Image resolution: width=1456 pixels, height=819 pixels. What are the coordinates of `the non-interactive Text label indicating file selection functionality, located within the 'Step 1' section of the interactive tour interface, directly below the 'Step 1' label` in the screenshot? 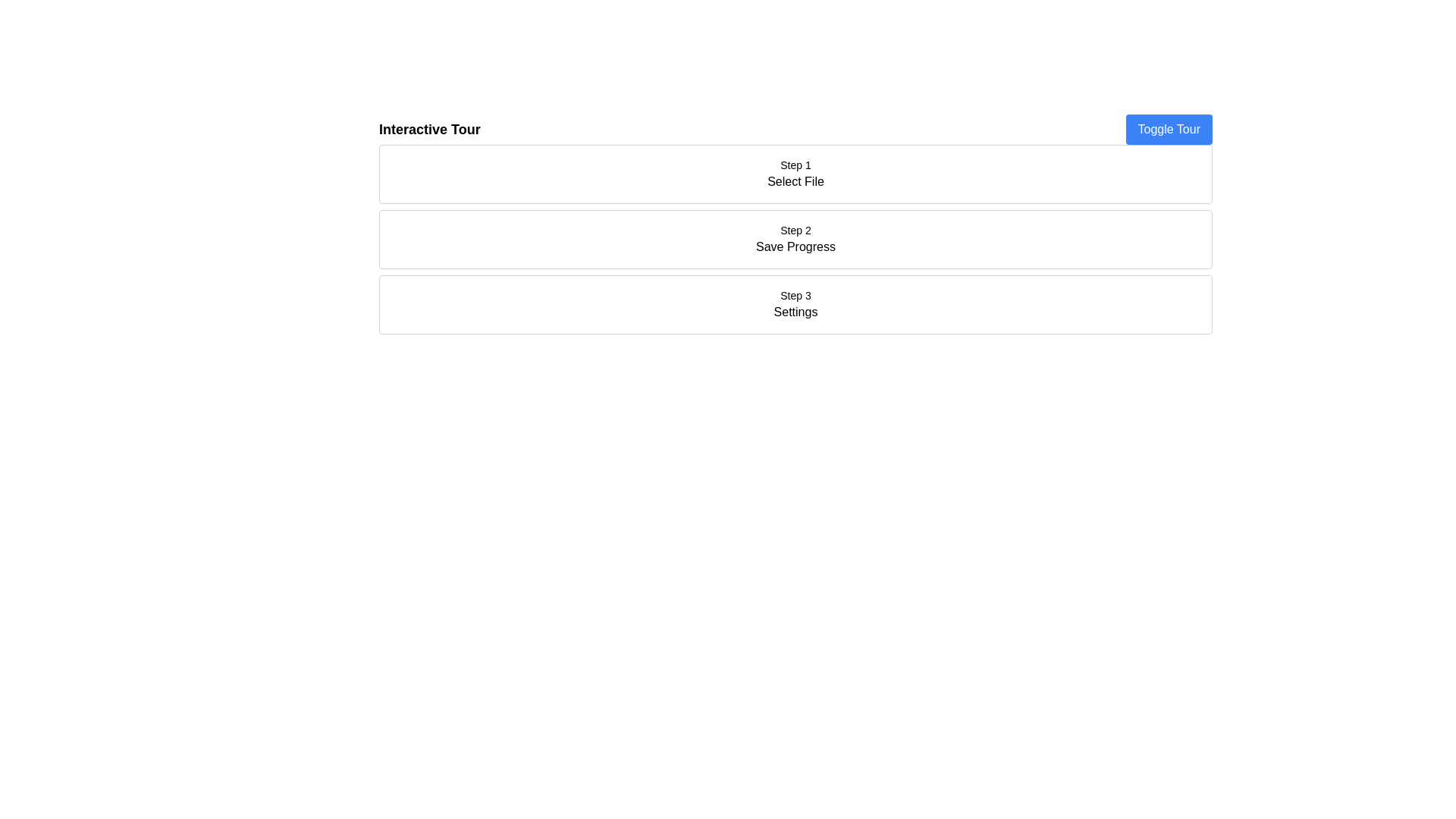 It's located at (795, 180).